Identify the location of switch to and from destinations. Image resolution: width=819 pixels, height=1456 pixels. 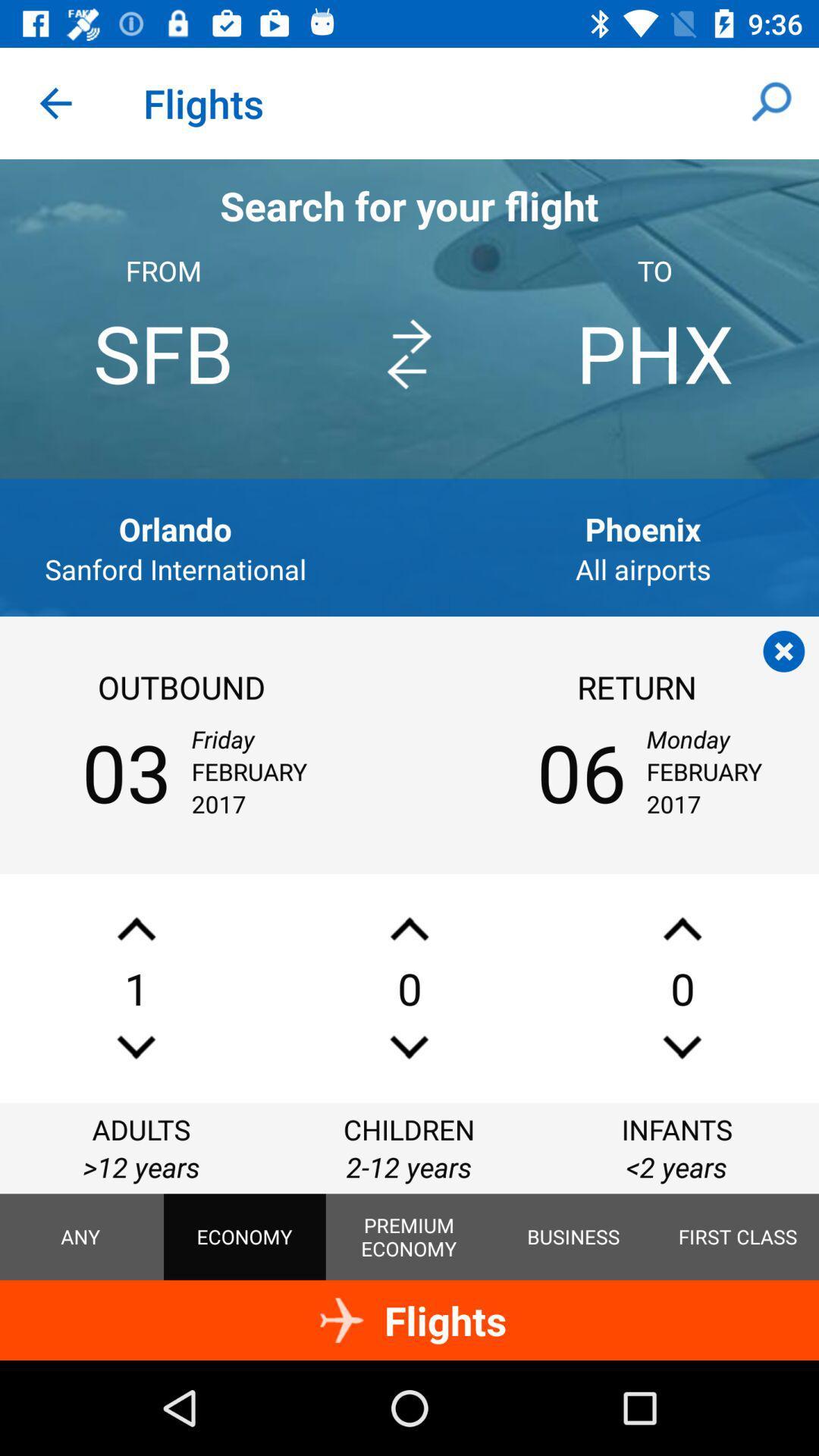
(408, 353).